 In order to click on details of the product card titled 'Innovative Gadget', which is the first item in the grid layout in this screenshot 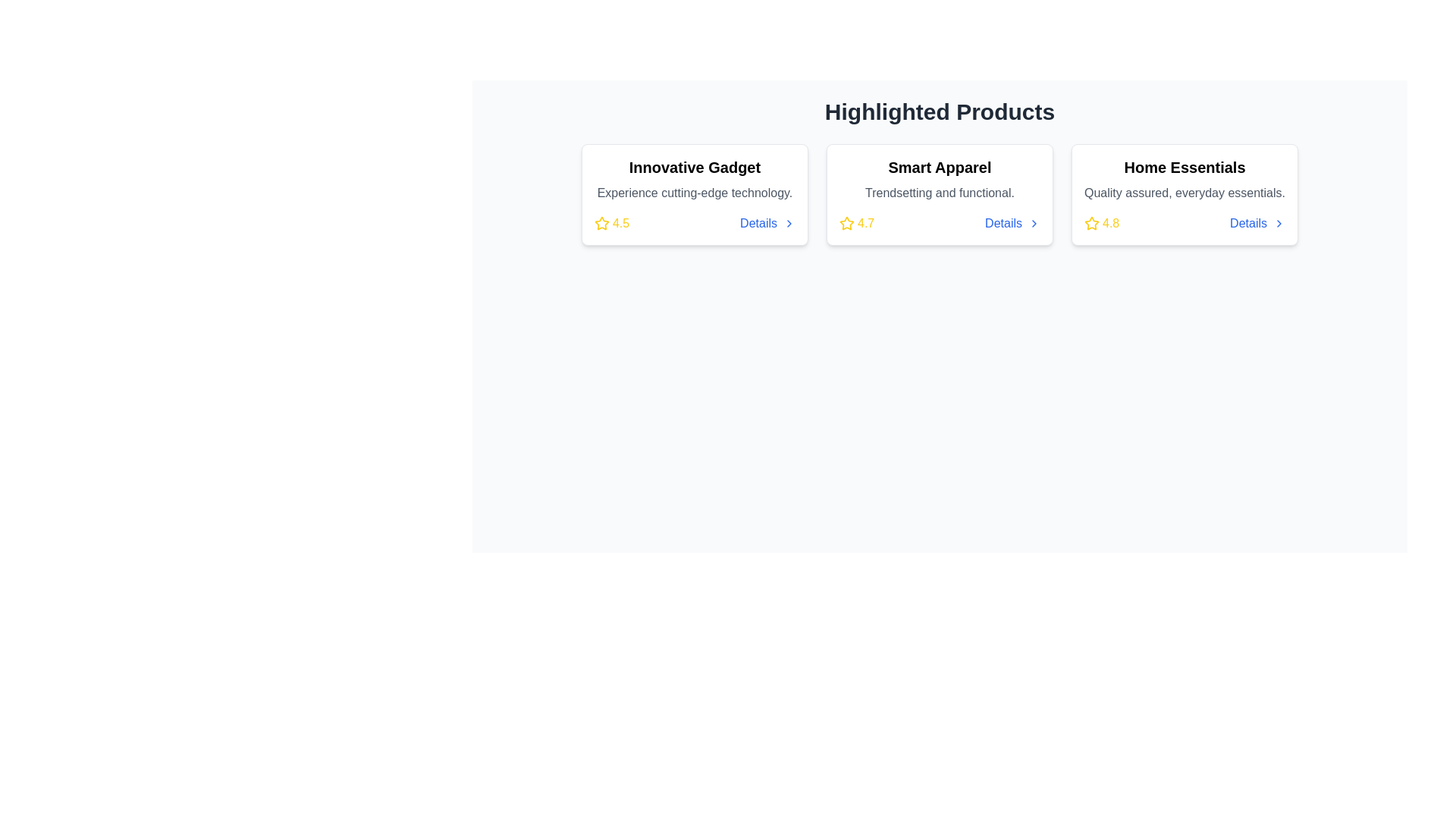, I will do `click(694, 194)`.